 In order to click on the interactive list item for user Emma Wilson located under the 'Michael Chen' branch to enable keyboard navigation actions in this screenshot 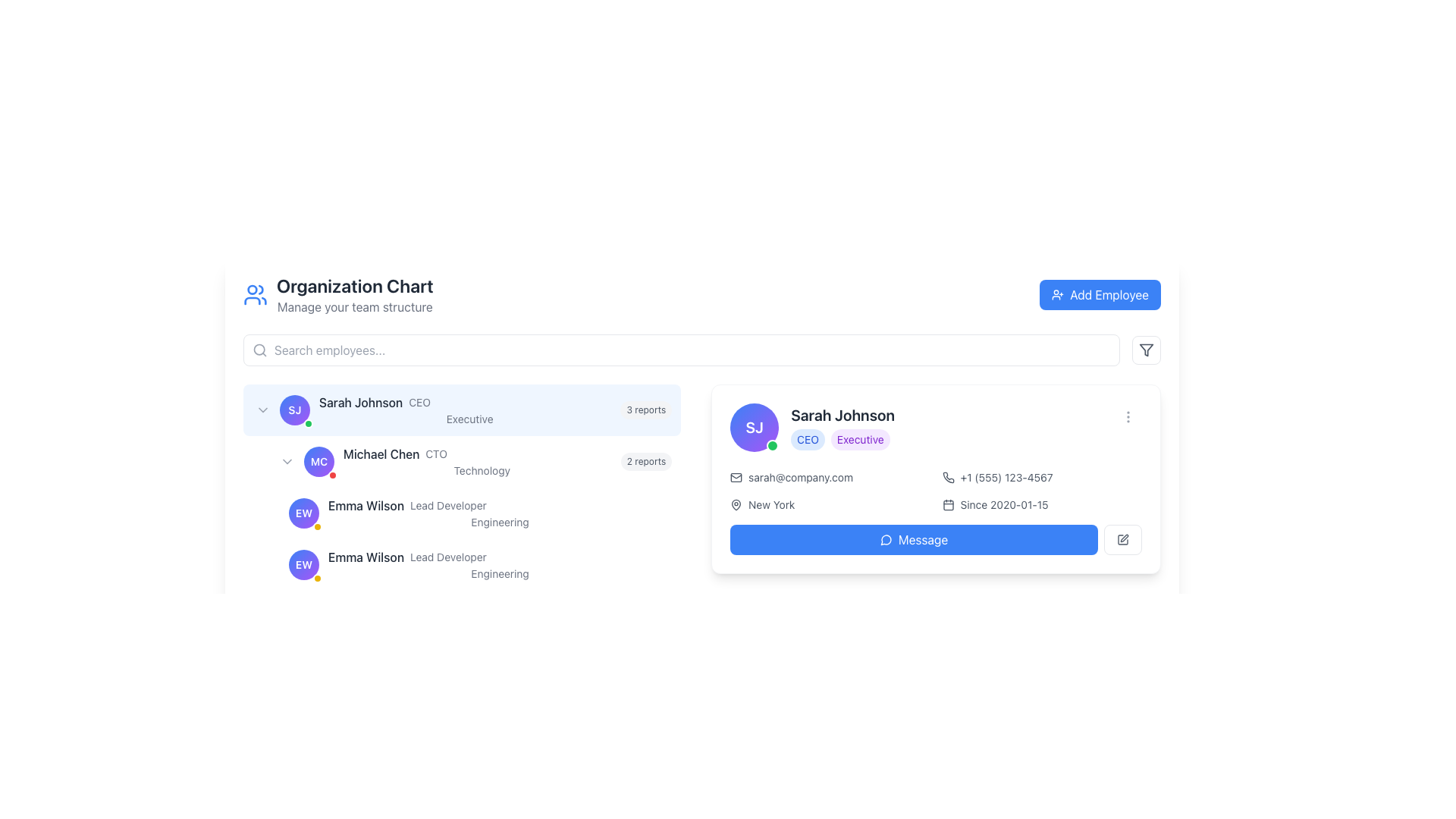, I will do `click(473, 564)`.